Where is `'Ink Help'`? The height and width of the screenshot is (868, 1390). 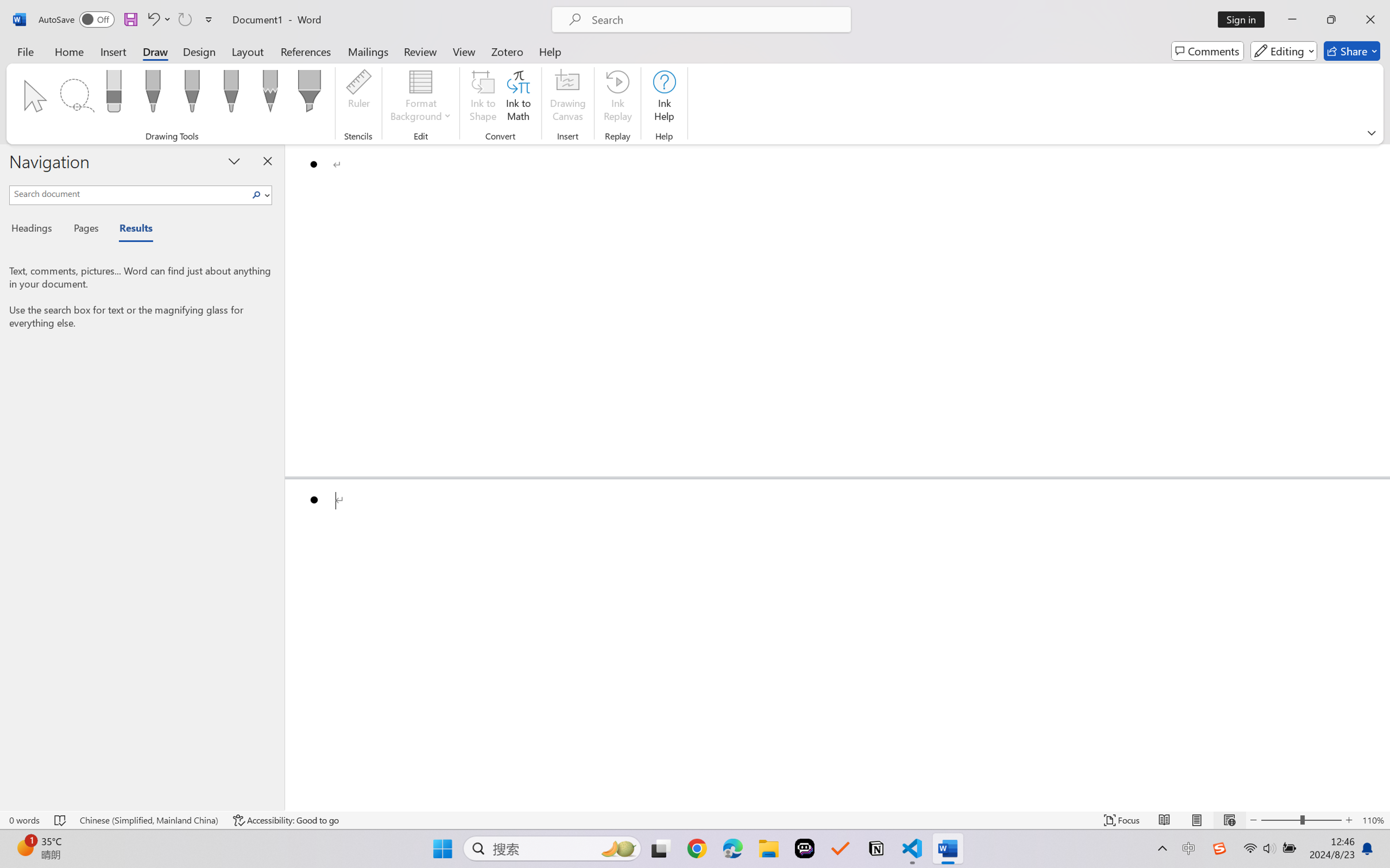 'Ink Help' is located at coordinates (663, 98).